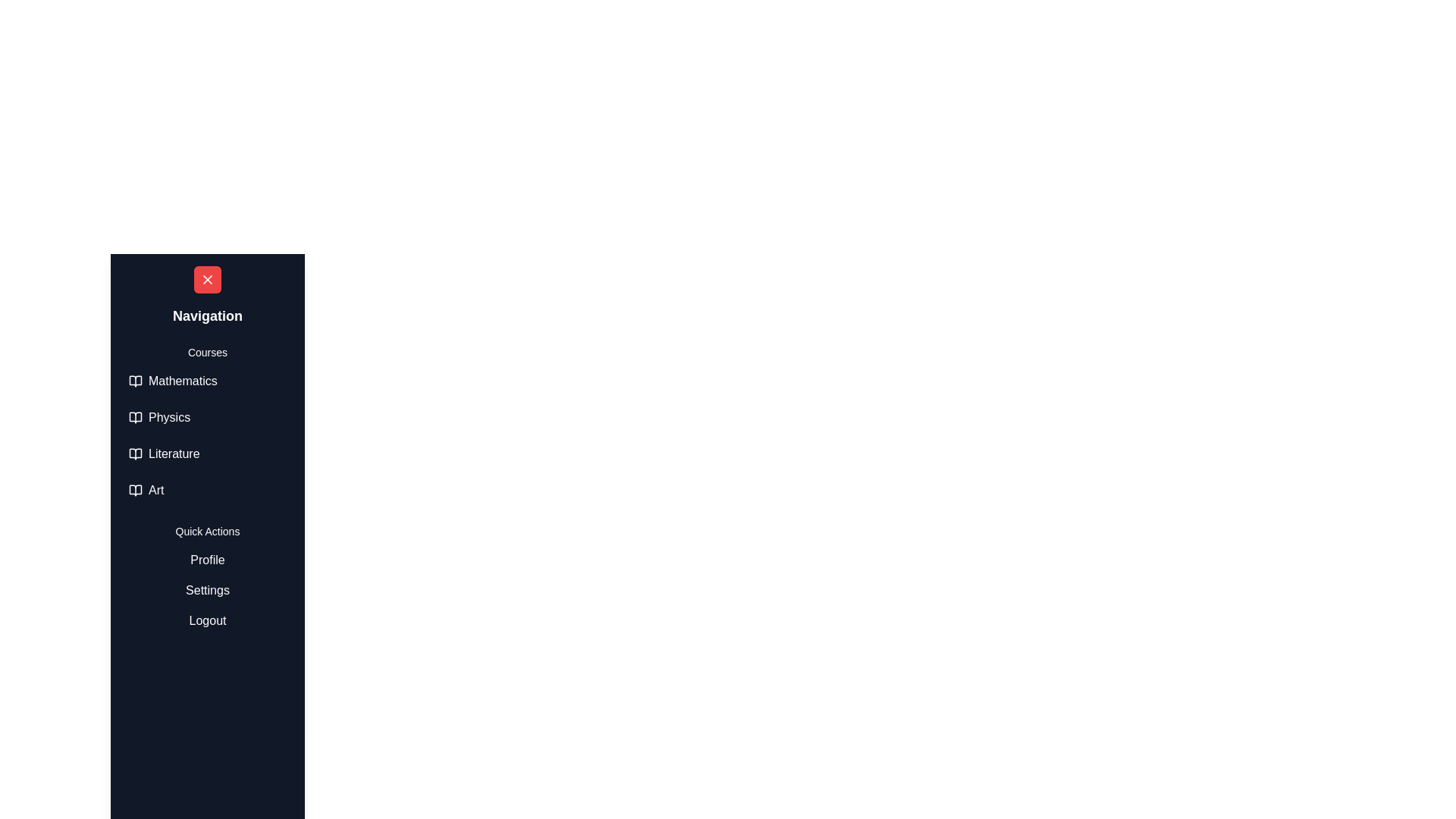 The image size is (1456, 819). I want to click on the Static Text Label that displays the word 'Navigation' in white, positioned below the red close button in the sidebar, so click(206, 315).